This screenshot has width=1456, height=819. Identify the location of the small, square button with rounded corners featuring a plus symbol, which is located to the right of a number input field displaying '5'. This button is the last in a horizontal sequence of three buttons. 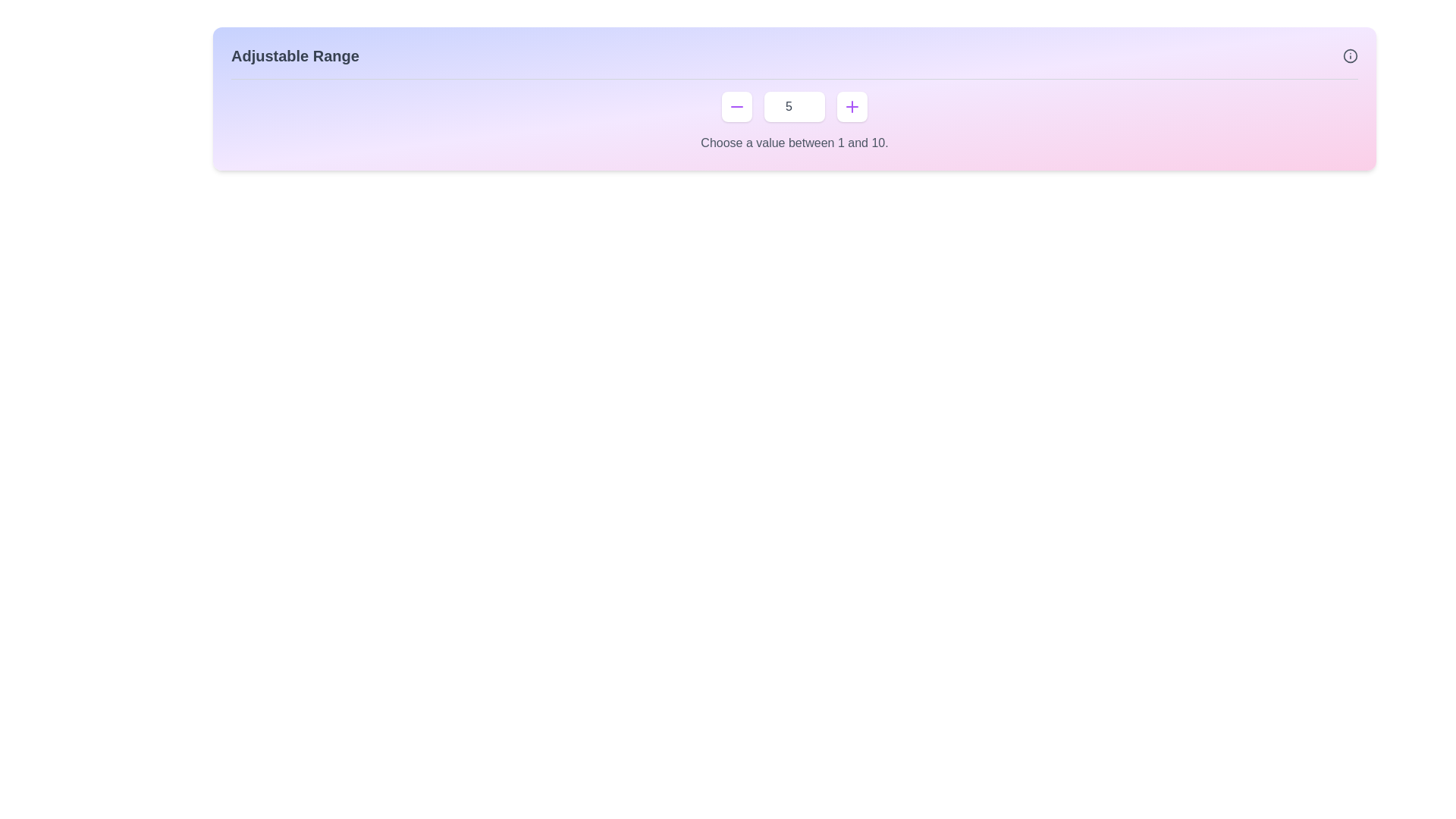
(852, 106).